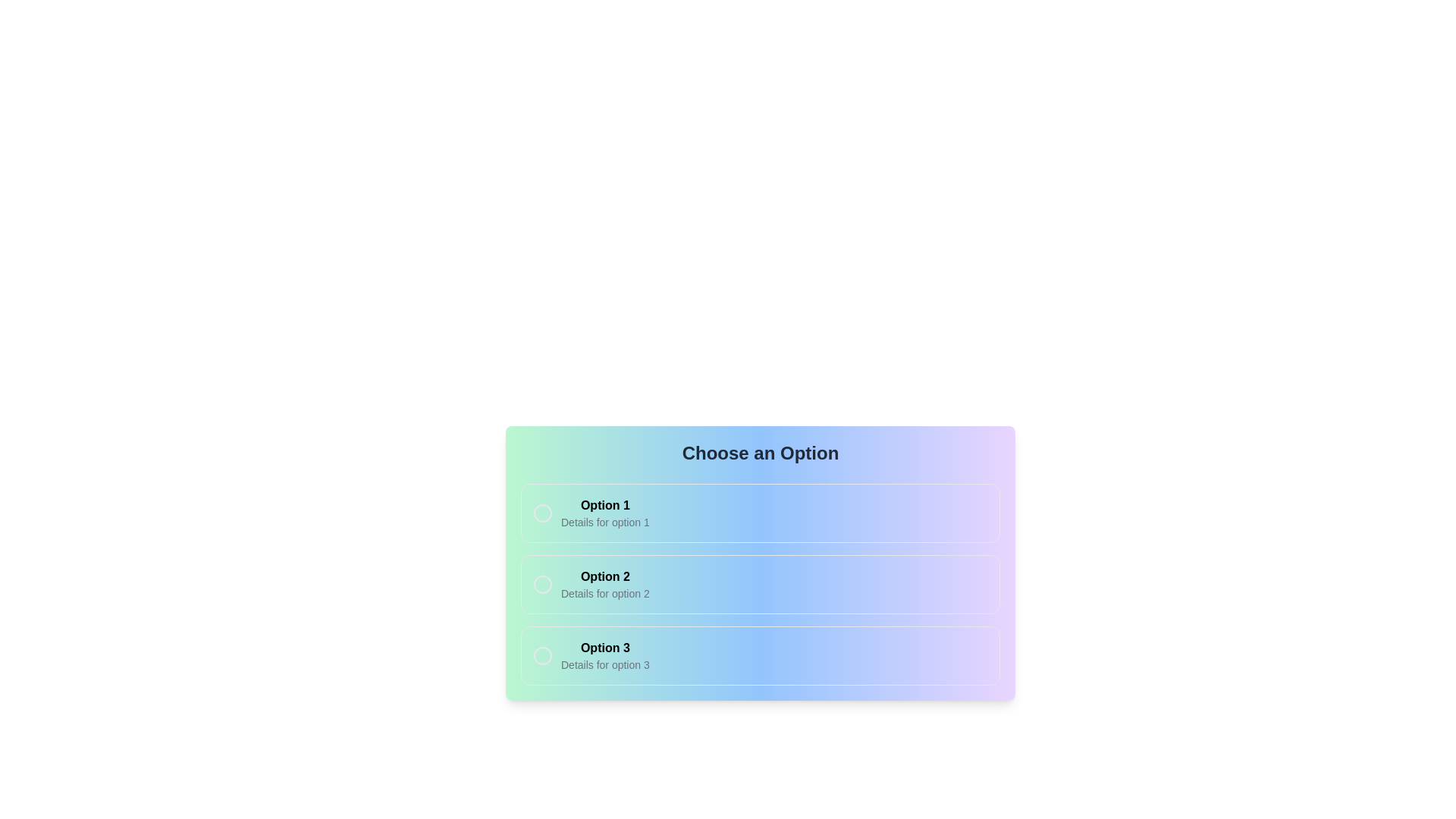 The width and height of the screenshot is (1456, 819). I want to click on the second selectable option in the list located below the header 'Choose an Option' to highlight it, so click(761, 584).